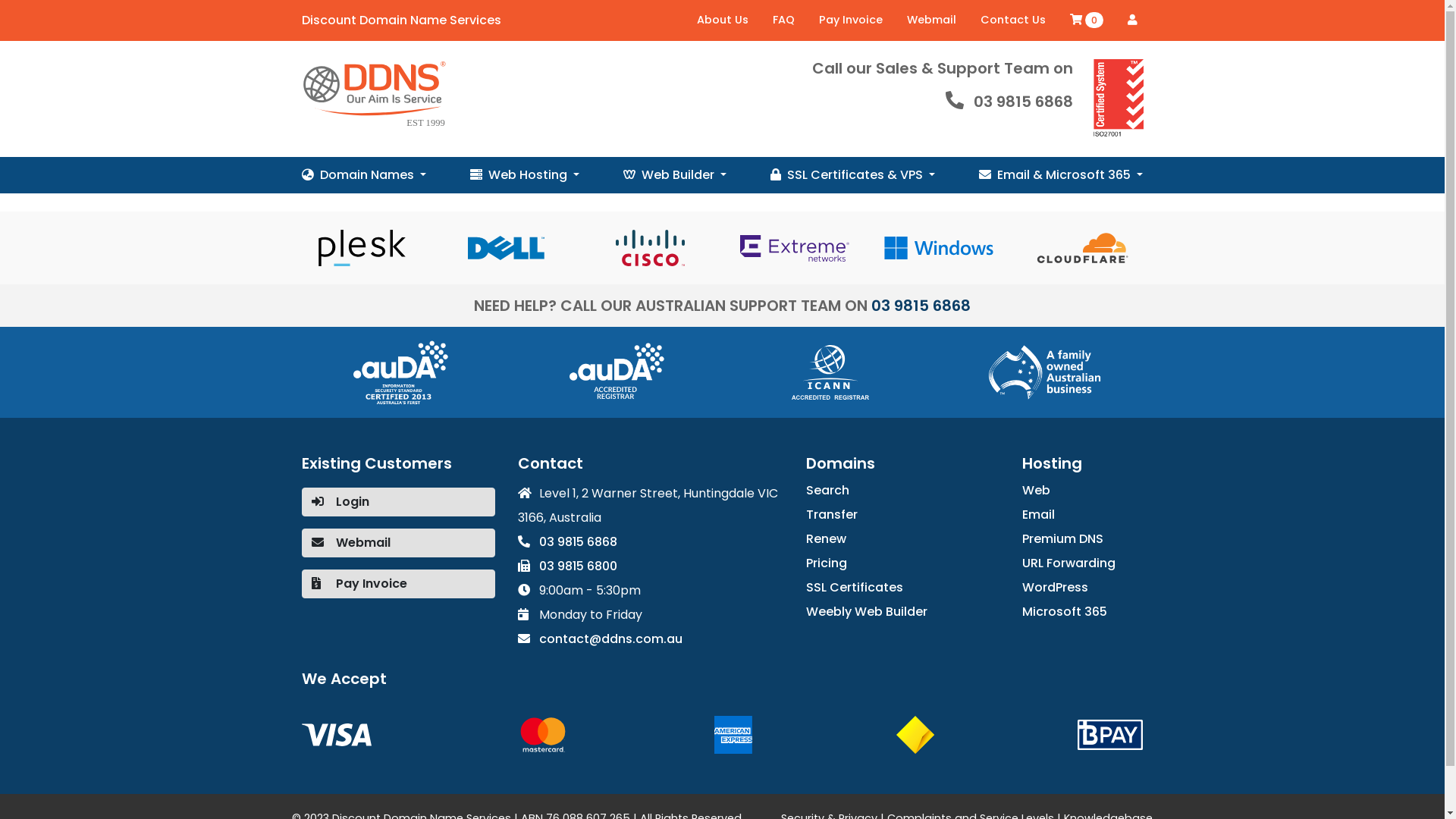  Describe the element at coordinates (902, 587) in the screenshot. I see `'SSL Certificates'` at that location.